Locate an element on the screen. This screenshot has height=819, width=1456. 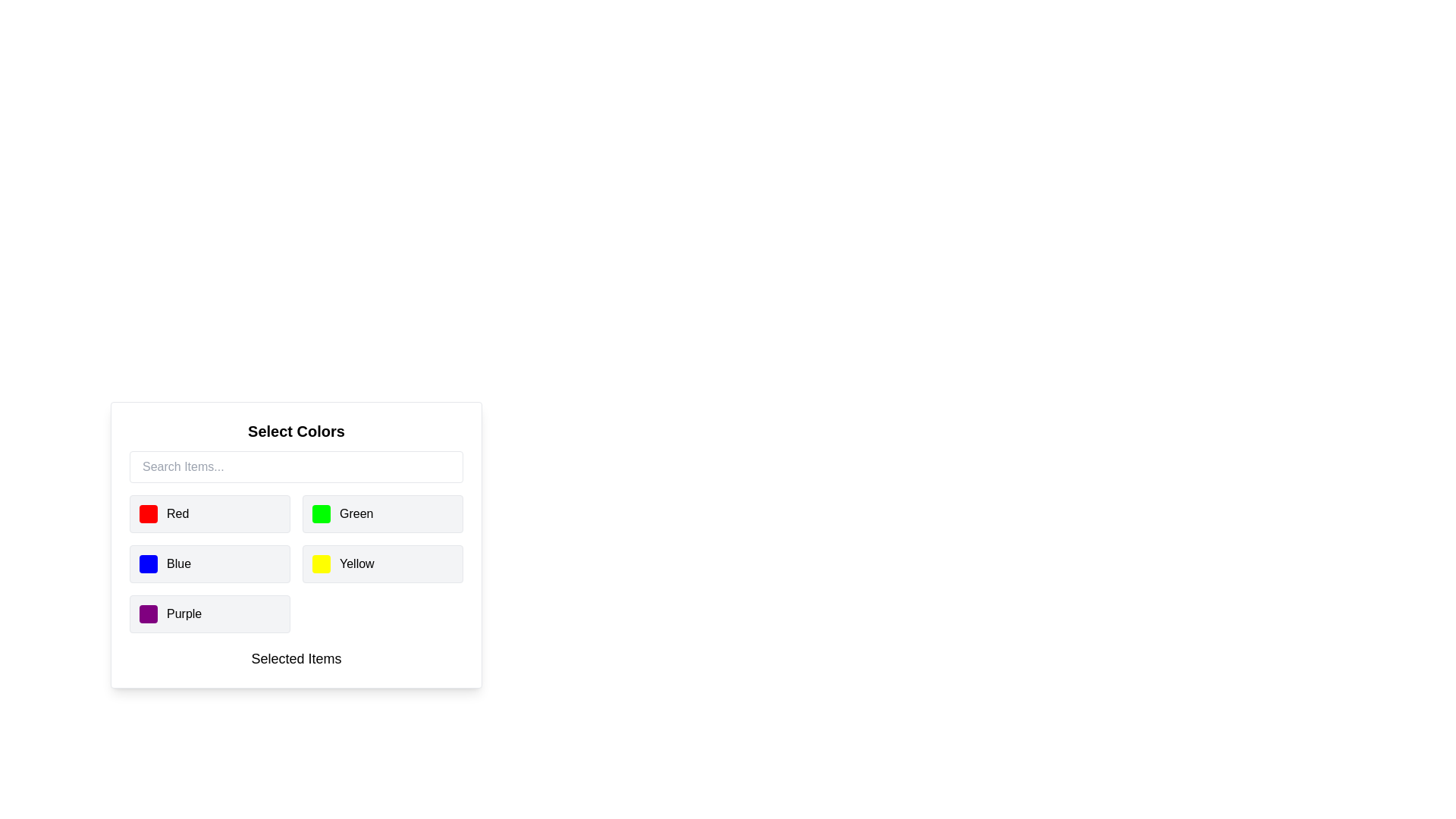
the blue color option label with an icon located in the second row, first column of the color grid under the 'Select Colors' header is located at coordinates (165, 564).